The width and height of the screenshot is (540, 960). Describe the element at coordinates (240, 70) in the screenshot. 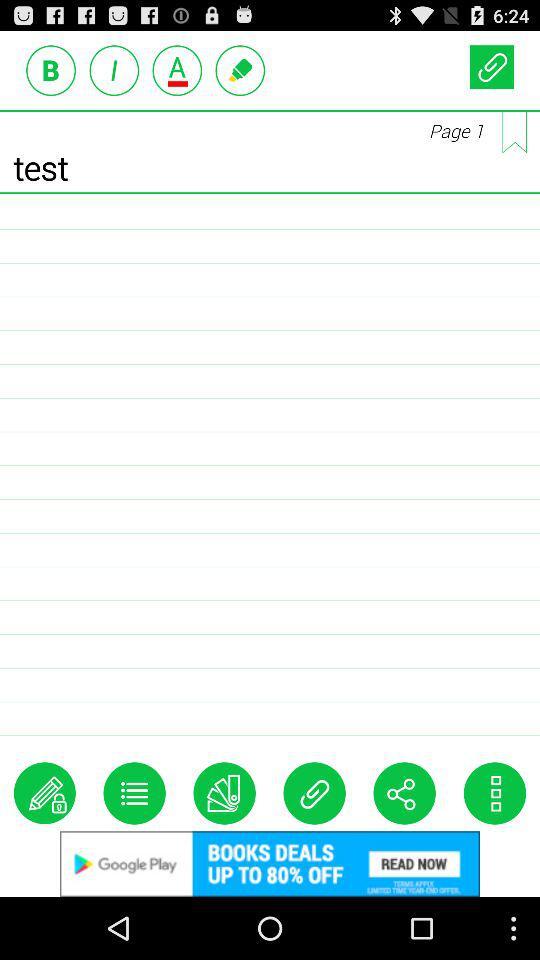

I see `marker` at that location.